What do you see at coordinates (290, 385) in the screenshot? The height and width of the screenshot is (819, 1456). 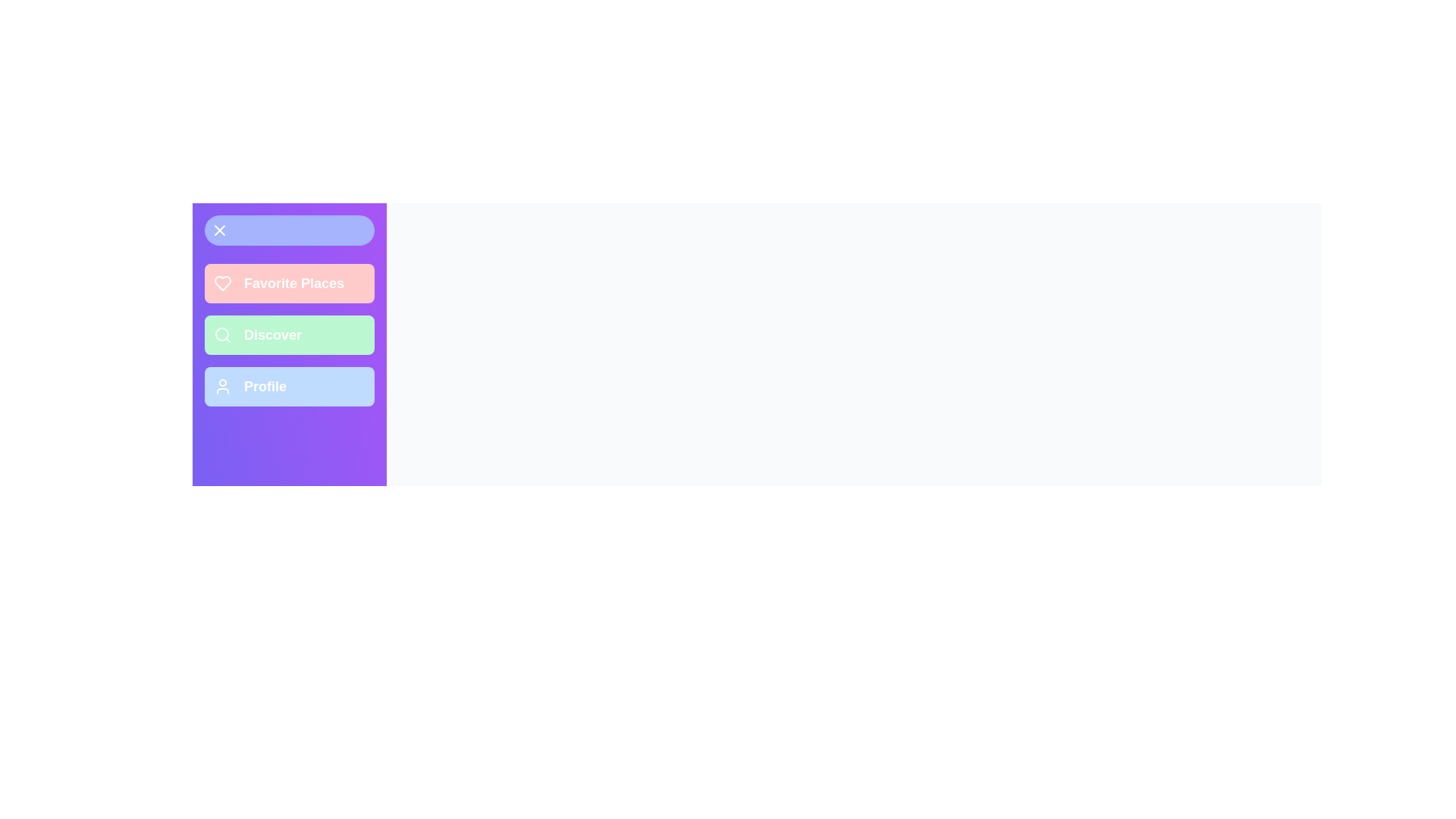 I see `the 'Profile' menu item` at bounding box center [290, 385].